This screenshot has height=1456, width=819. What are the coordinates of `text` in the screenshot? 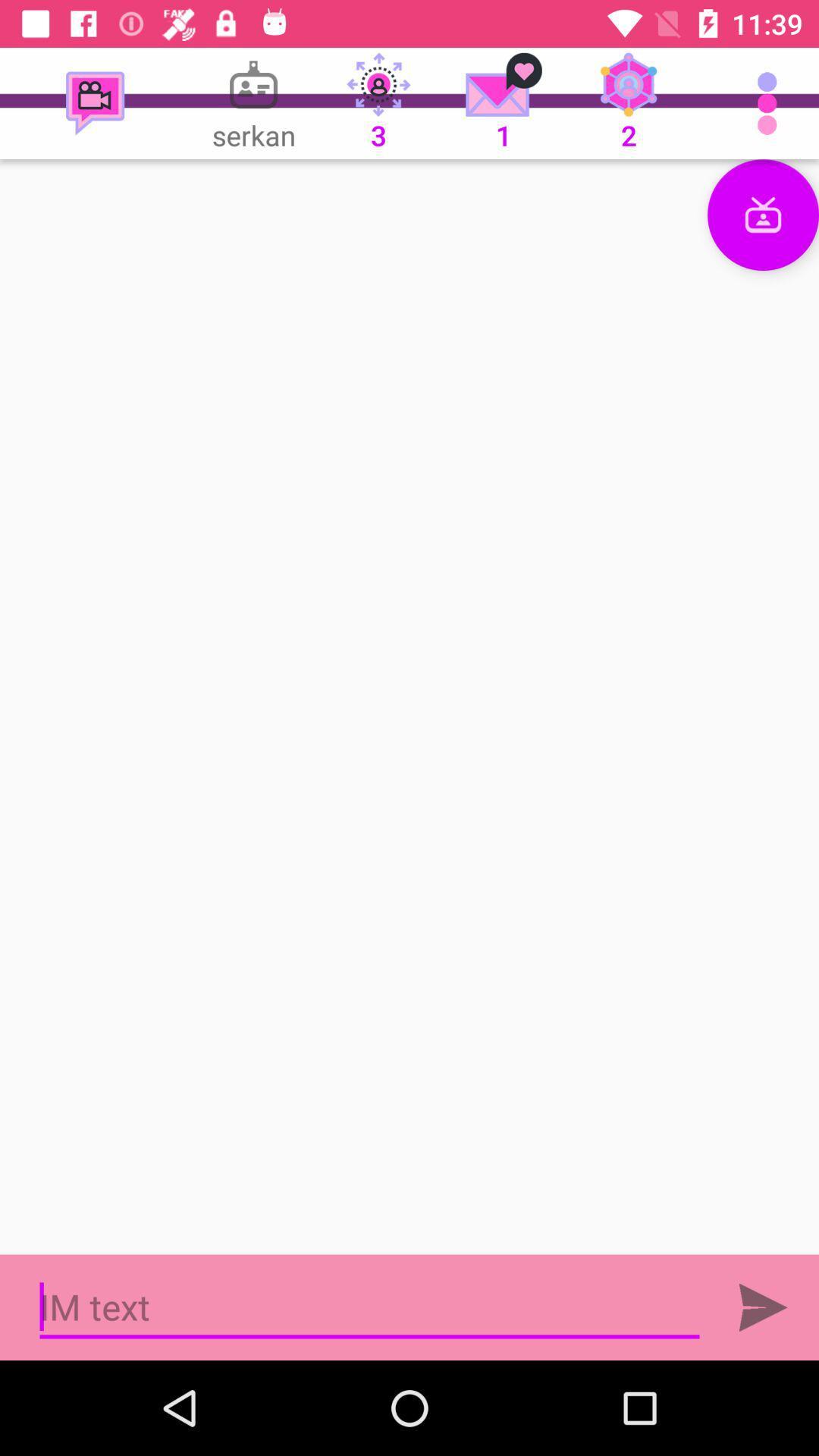 It's located at (369, 1307).